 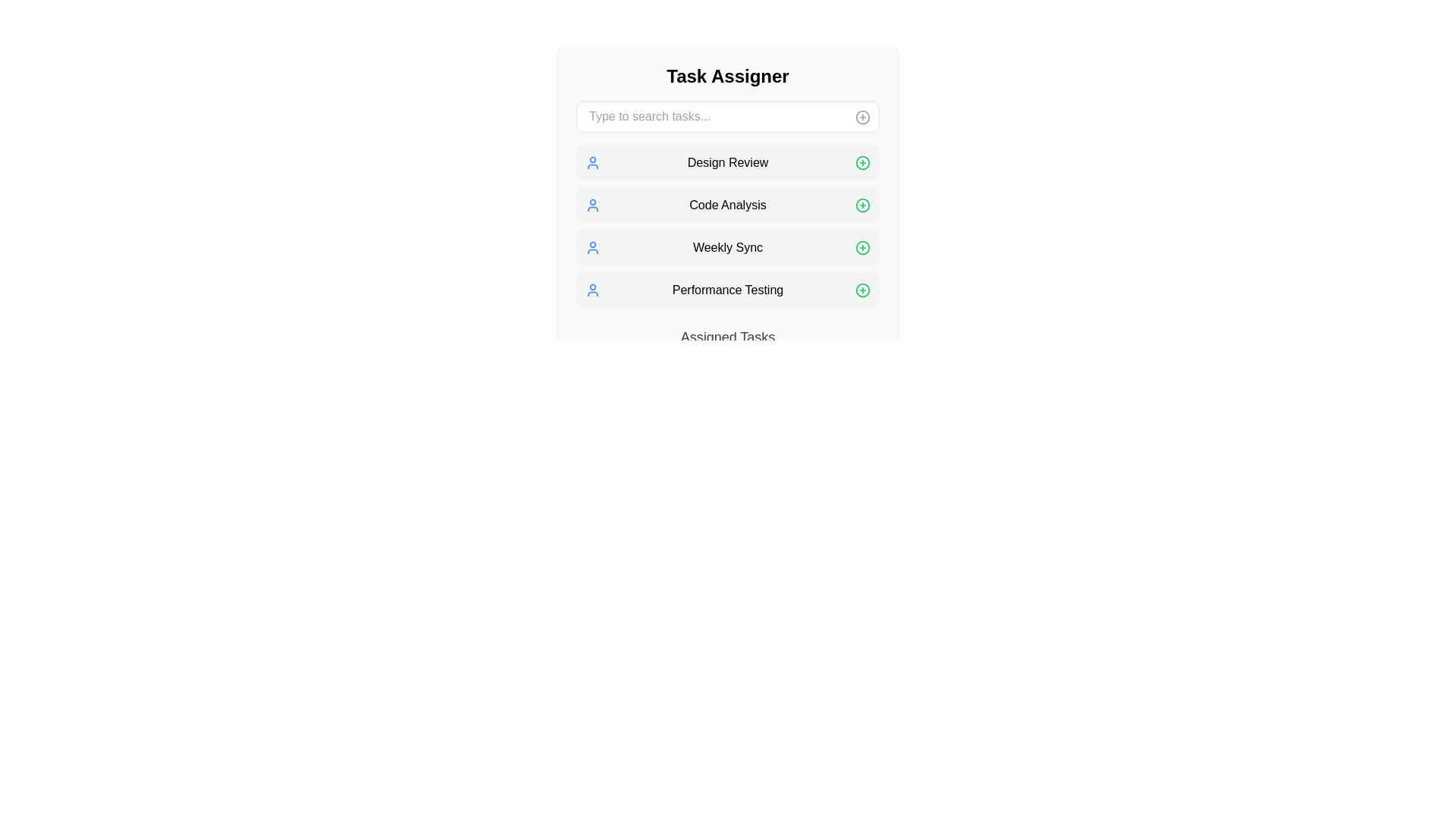 What do you see at coordinates (728, 205) in the screenshot?
I see `the 'Code Analysis' button` at bounding box center [728, 205].